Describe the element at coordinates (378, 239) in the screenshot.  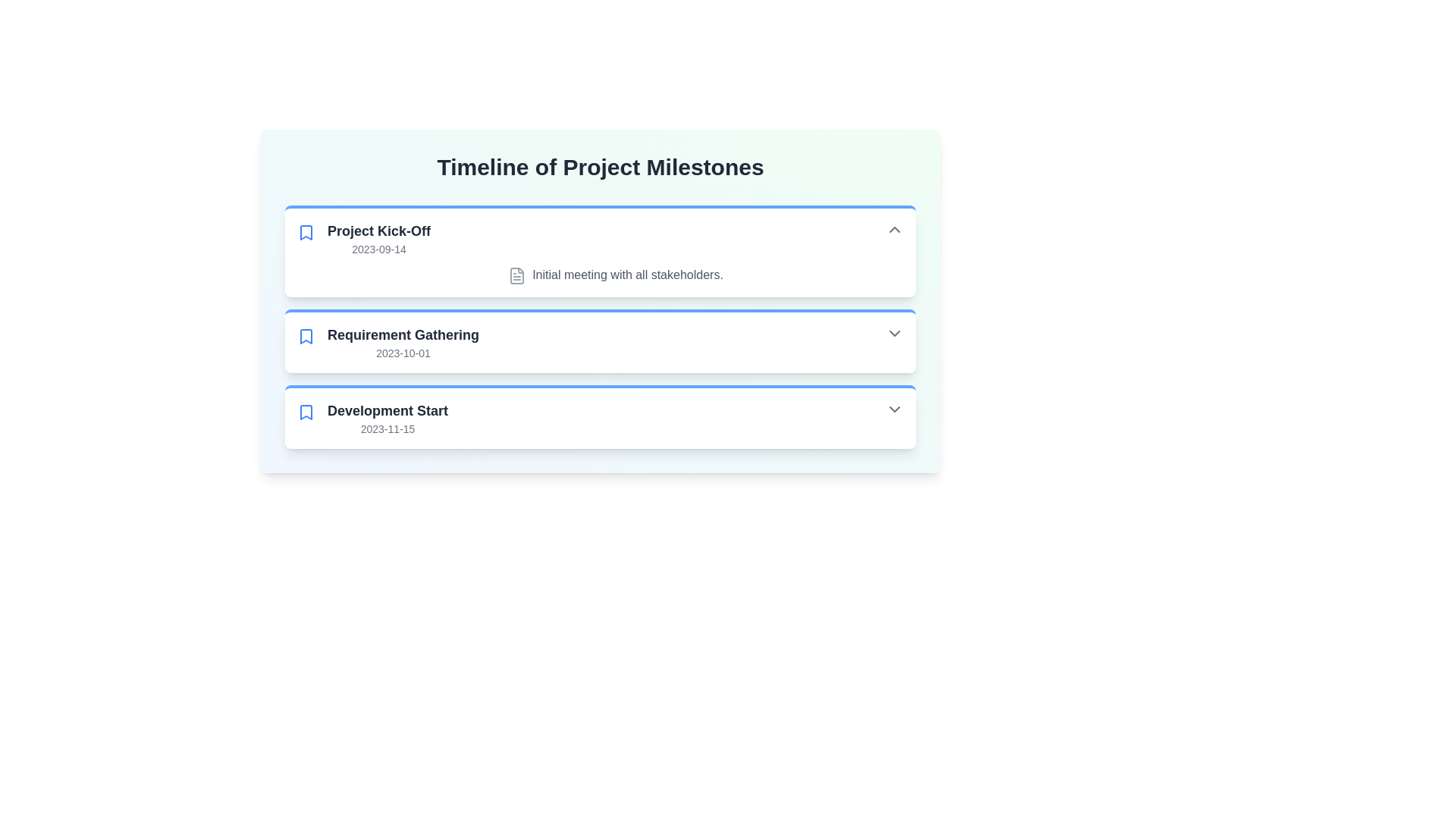
I see `text from the 'Project Kick-Off' label located in the topmost card of the vertical list, which displays the title in bold dark gray and the date below in lighter gray` at that location.